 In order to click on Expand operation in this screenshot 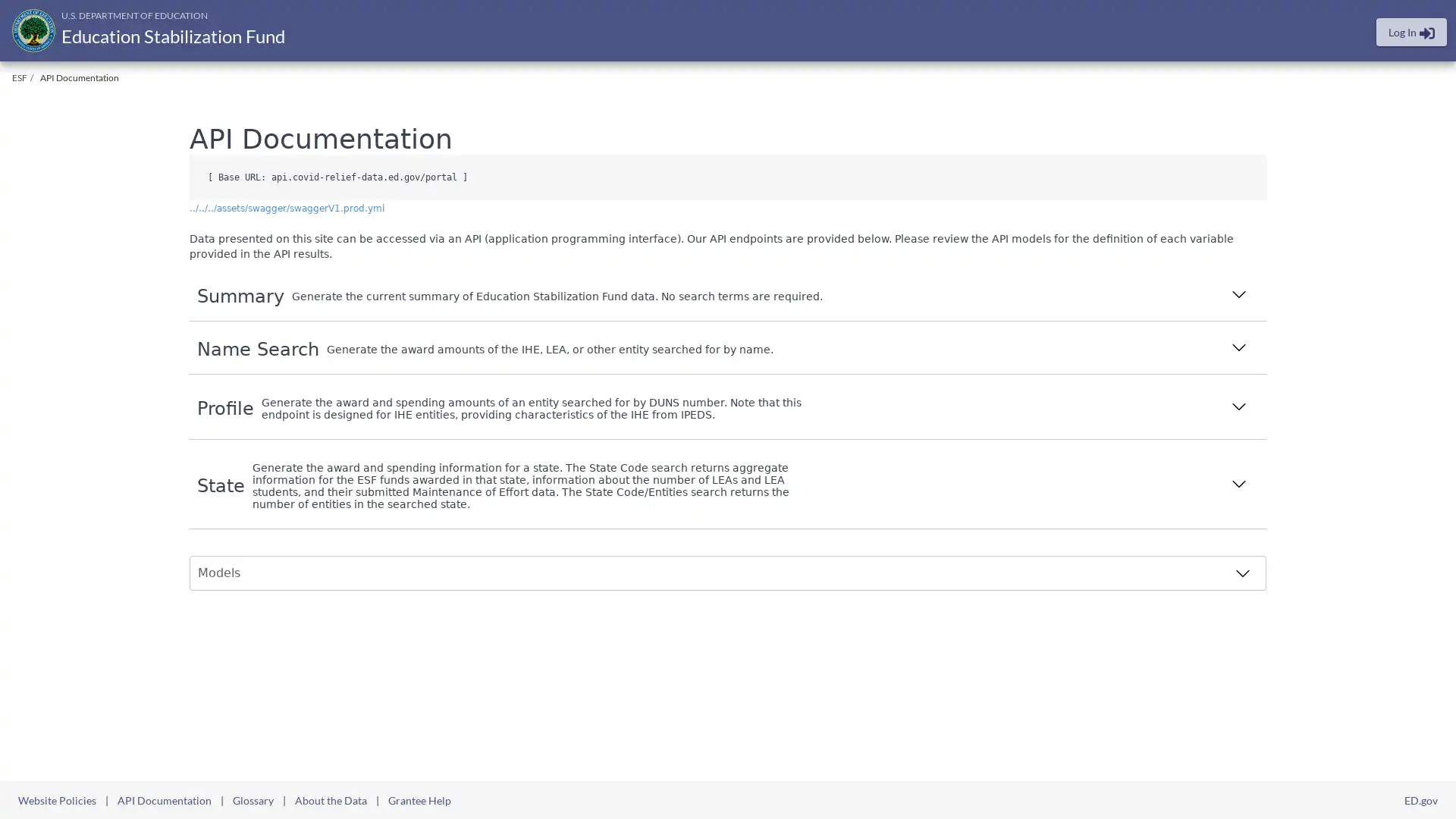, I will do `click(1238, 349)`.